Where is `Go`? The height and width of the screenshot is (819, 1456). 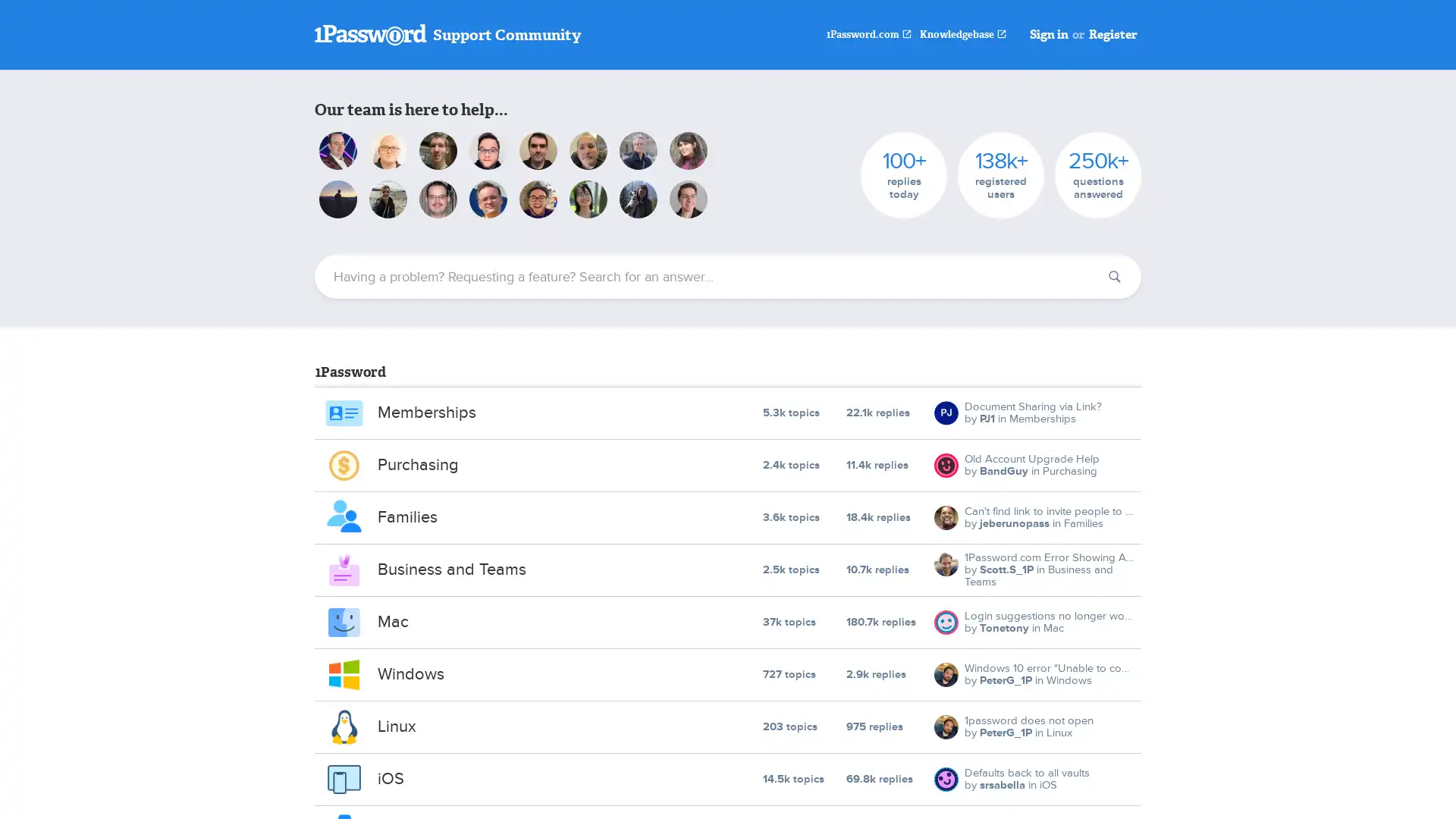
Go is located at coordinates (1114, 277).